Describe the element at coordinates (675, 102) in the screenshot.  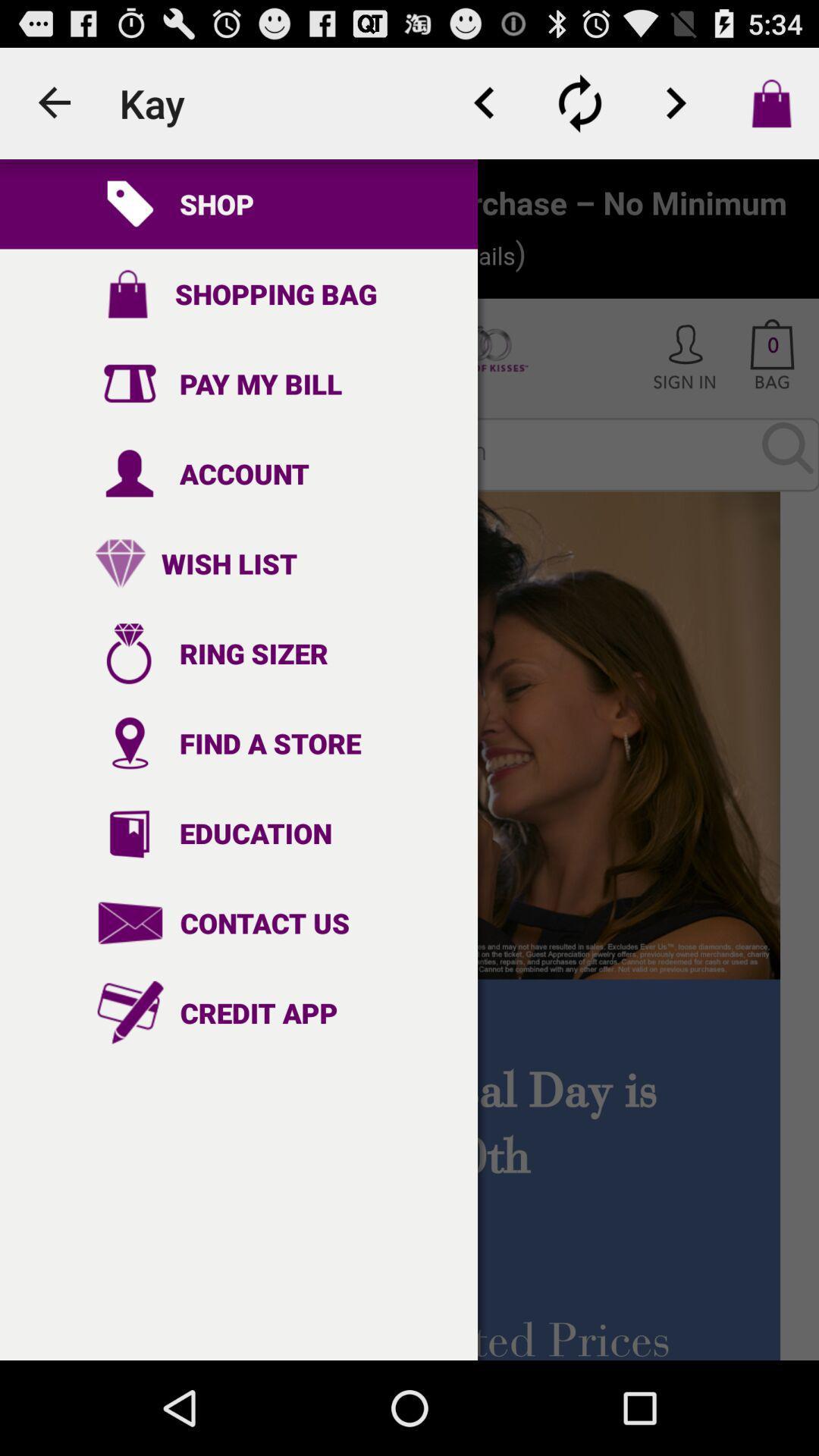
I see `go do next` at that location.